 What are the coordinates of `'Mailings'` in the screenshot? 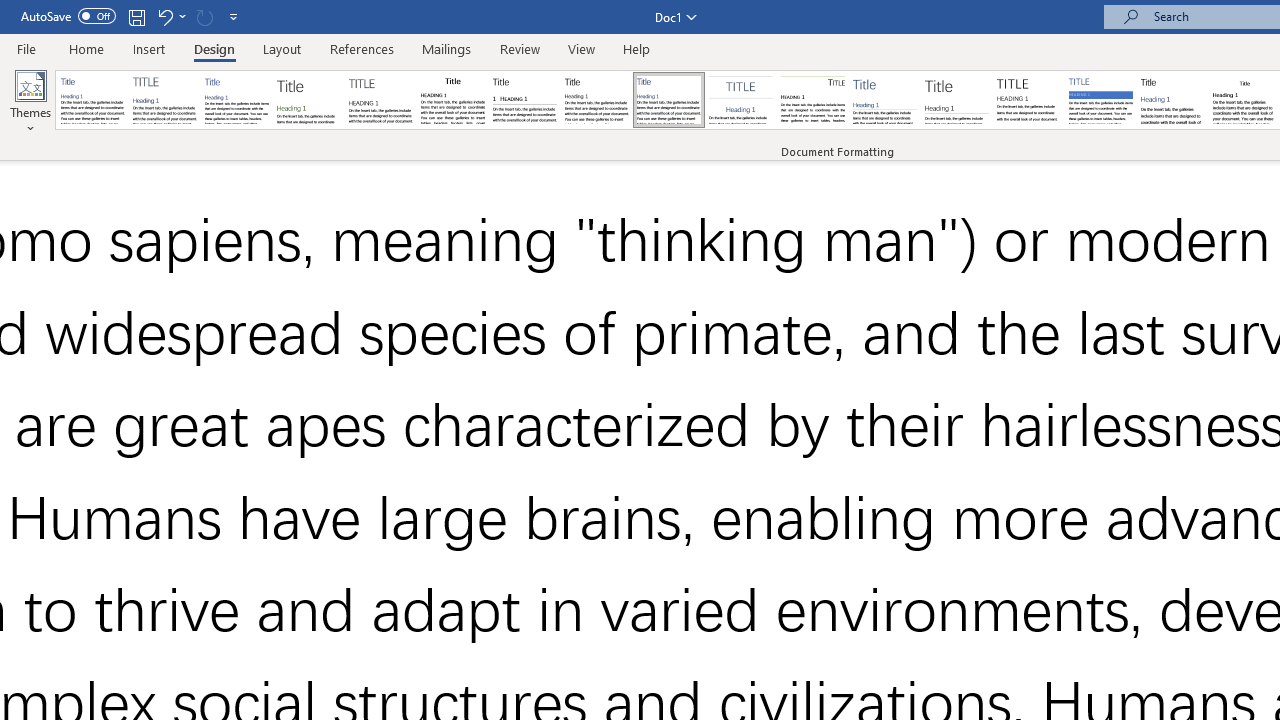 It's located at (446, 48).